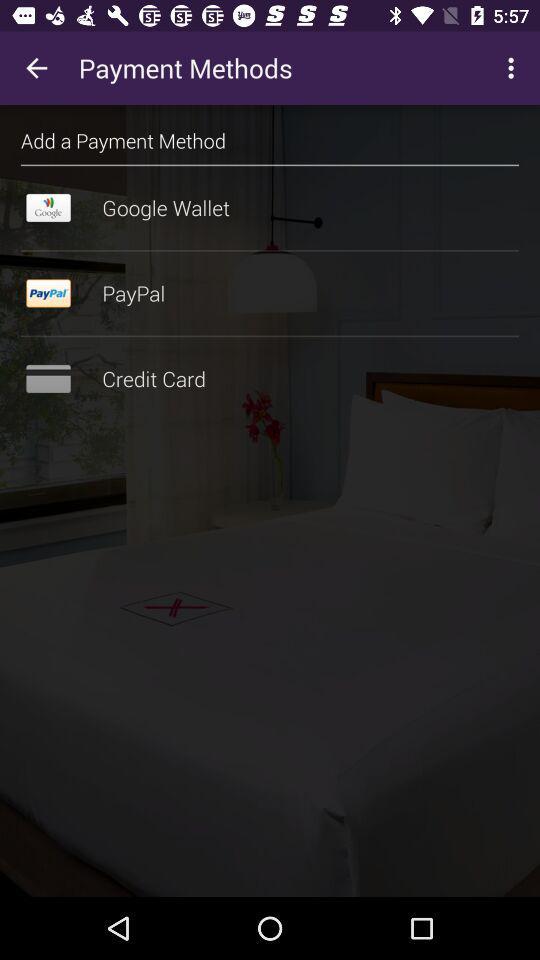  I want to click on the icon below paypal icon, so click(270, 336).